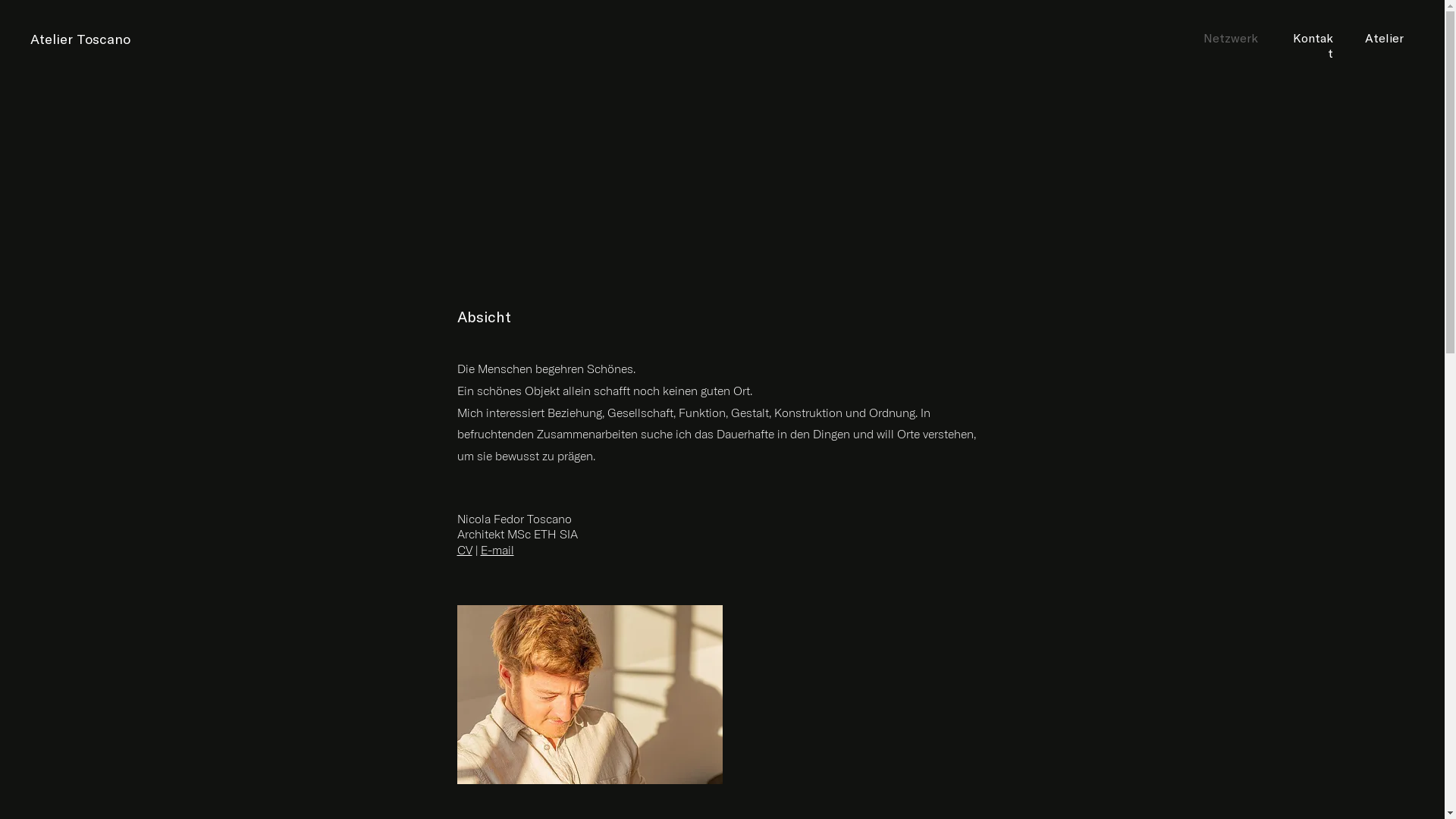 The image size is (1456, 819). What do you see at coordinates (79, 38) in the screenshot?
I see `'Atelier Toscano'` at bounding box center [79, 38].